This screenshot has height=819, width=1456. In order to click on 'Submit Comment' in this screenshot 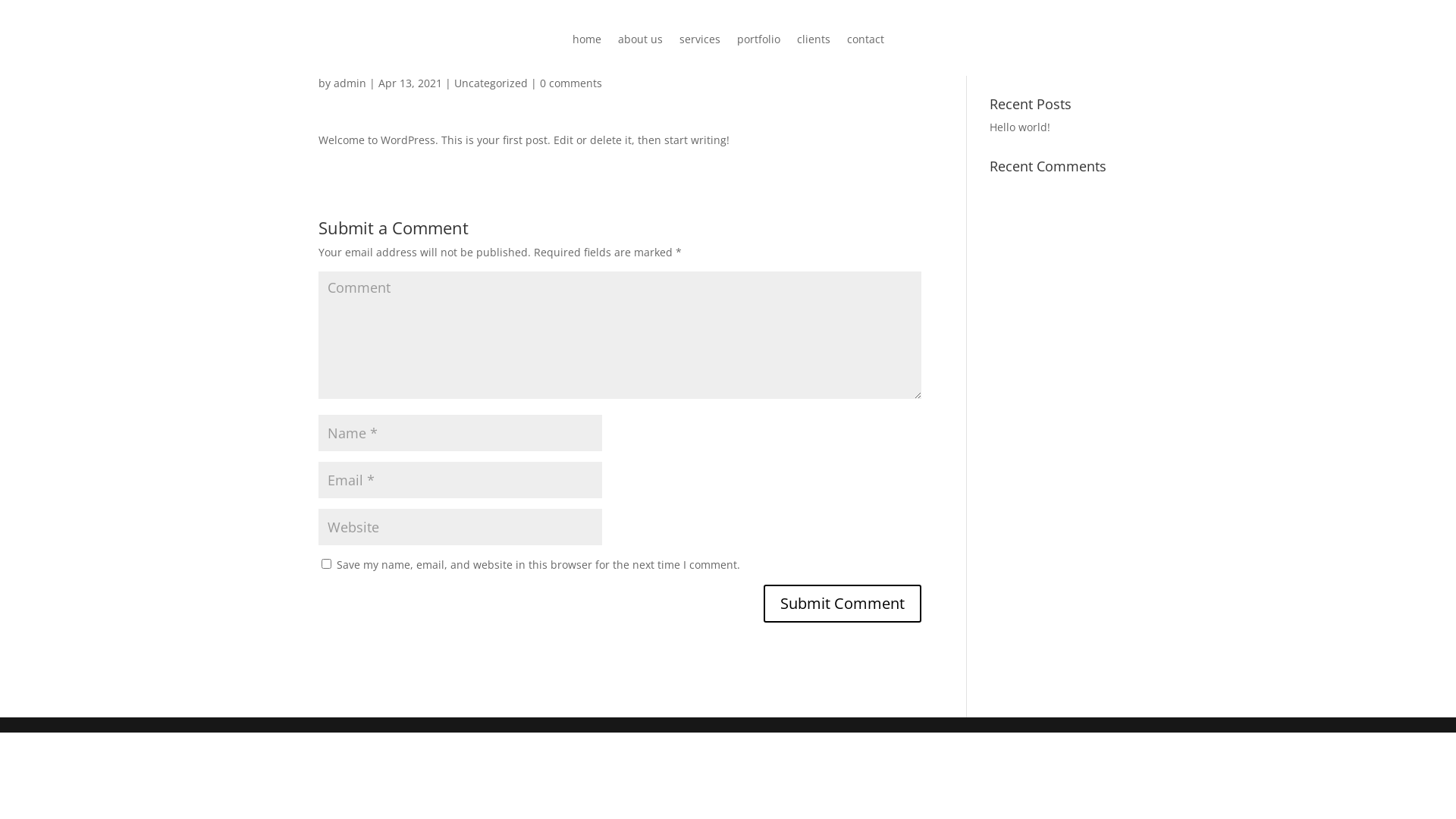, I will do `click(841, 602)`.